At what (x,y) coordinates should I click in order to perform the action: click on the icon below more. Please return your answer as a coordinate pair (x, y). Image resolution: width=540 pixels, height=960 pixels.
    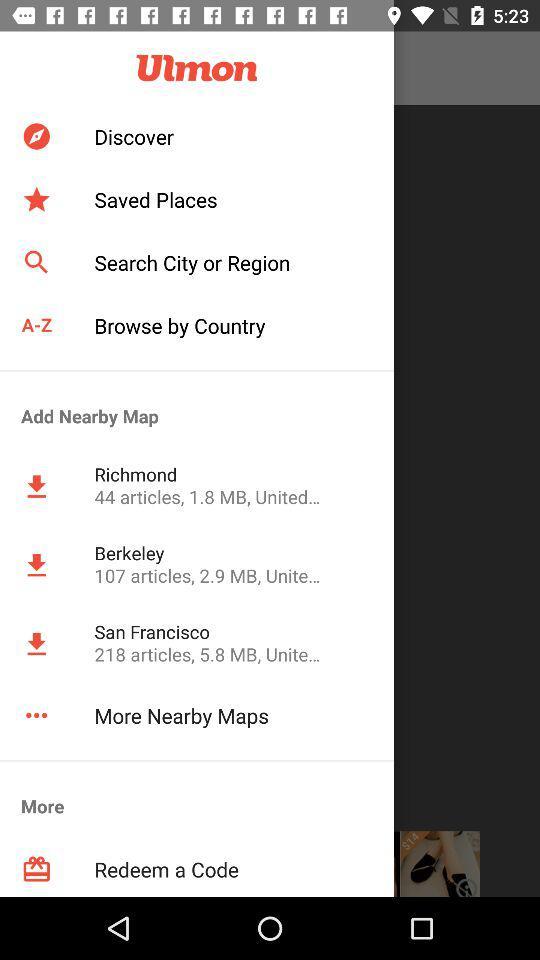
    Looking at the image, I should click on (36, 868).